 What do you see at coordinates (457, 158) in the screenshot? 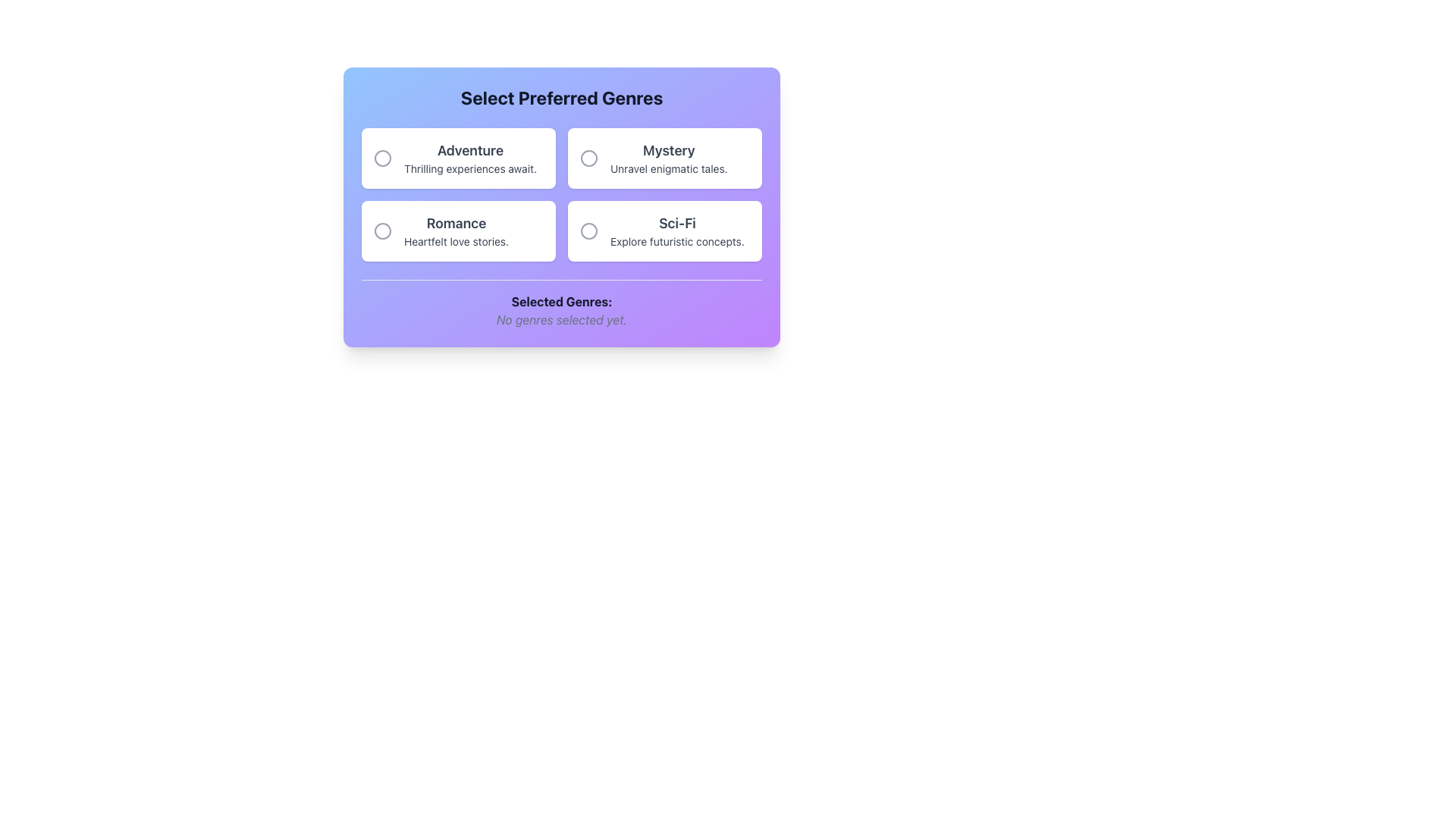
I see `the 'Adventure' selectable card located in the top-left corner of the grid layout` at bounding box center [457, 158].